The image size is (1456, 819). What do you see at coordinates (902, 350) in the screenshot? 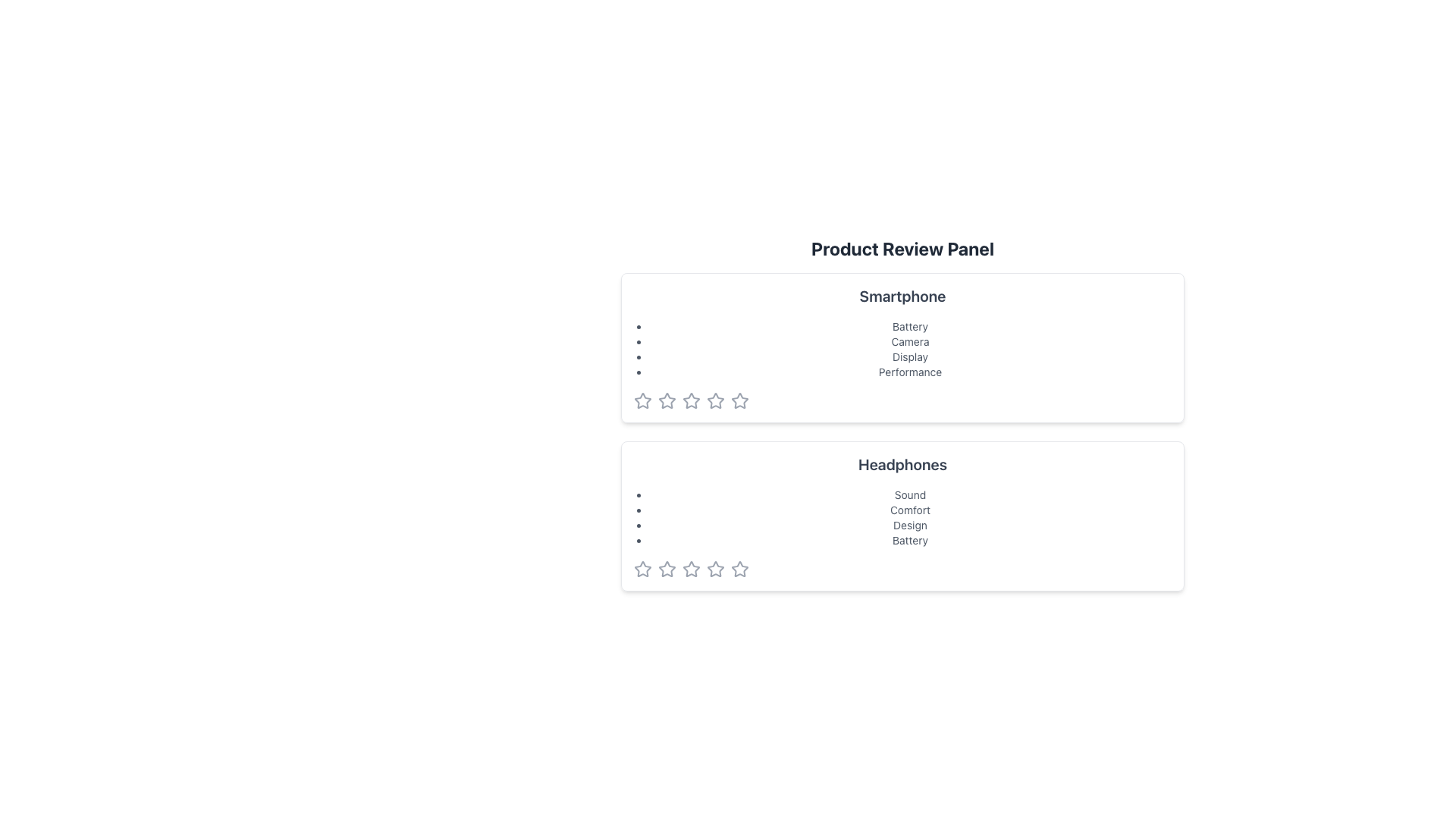
I see `text displayed in the list of attributes related to the smartphone, located just below the title 'Smartphone'` at bounding box center [902, 350].